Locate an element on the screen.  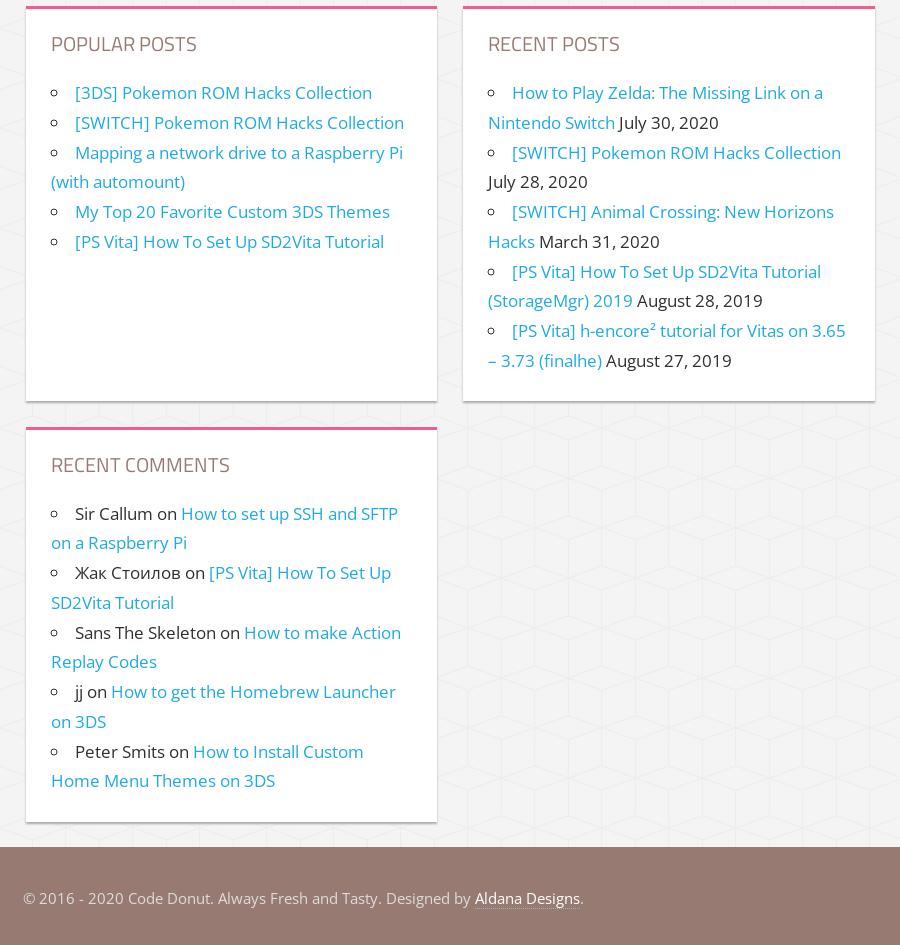
'How to Play Zelda: The Missing Link on a Nintendo Switch' is located at coordinates (655, 105).